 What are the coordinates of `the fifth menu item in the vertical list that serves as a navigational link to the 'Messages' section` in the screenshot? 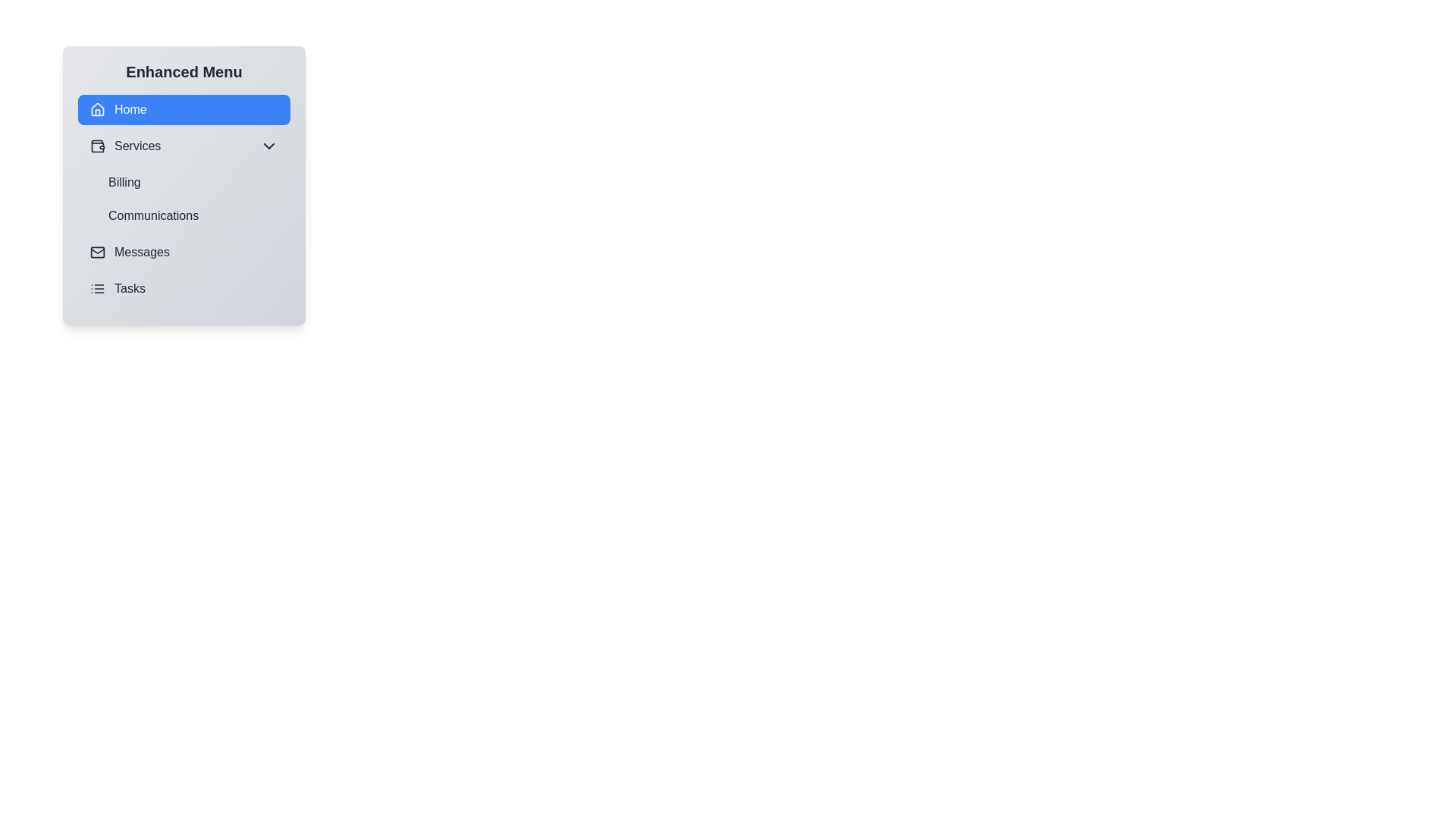 It's located at (184, 251).